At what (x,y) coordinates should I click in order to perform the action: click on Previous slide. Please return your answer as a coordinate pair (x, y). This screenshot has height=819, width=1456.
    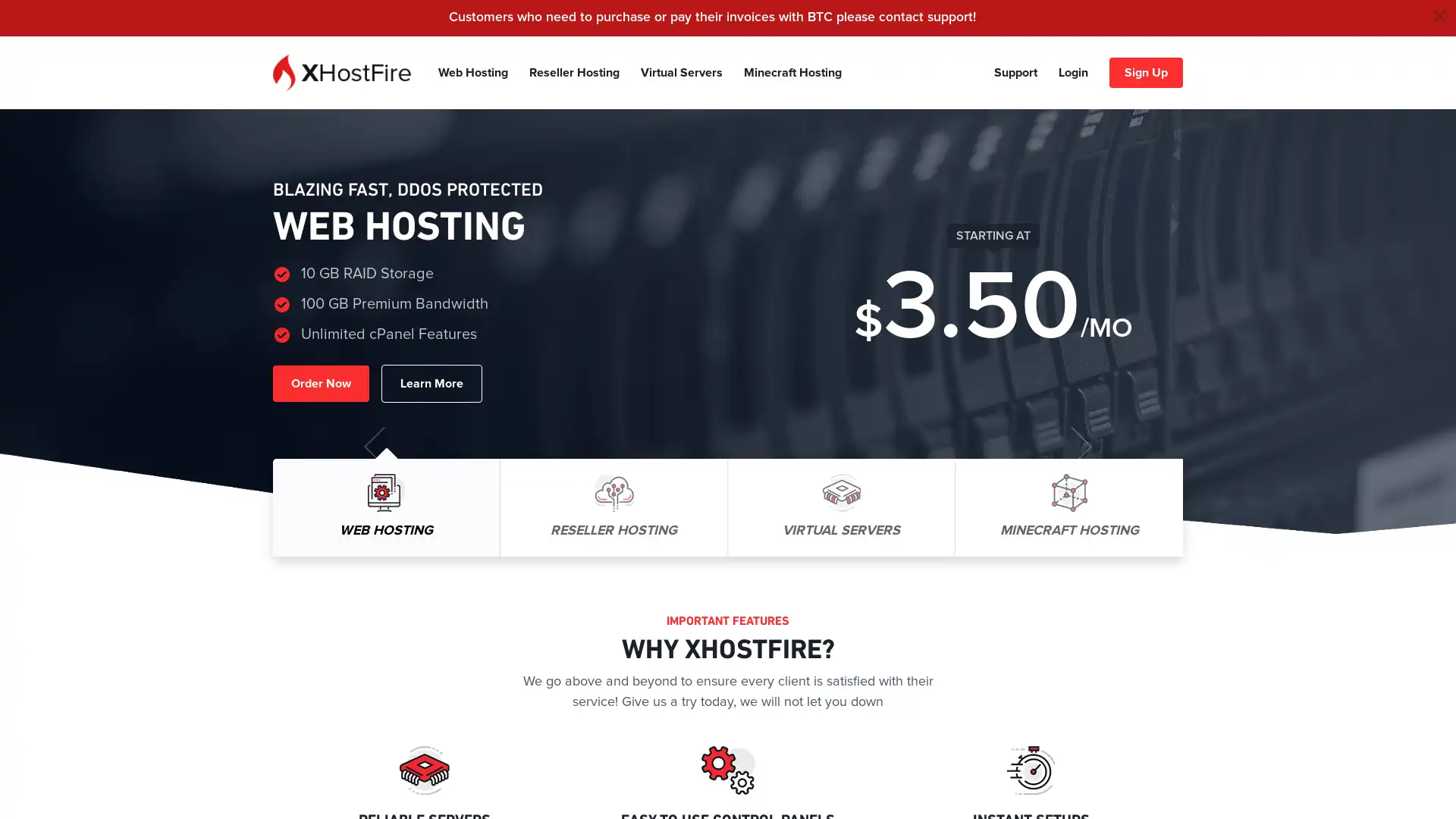
    Looking at the image, I should click on (375, 445).